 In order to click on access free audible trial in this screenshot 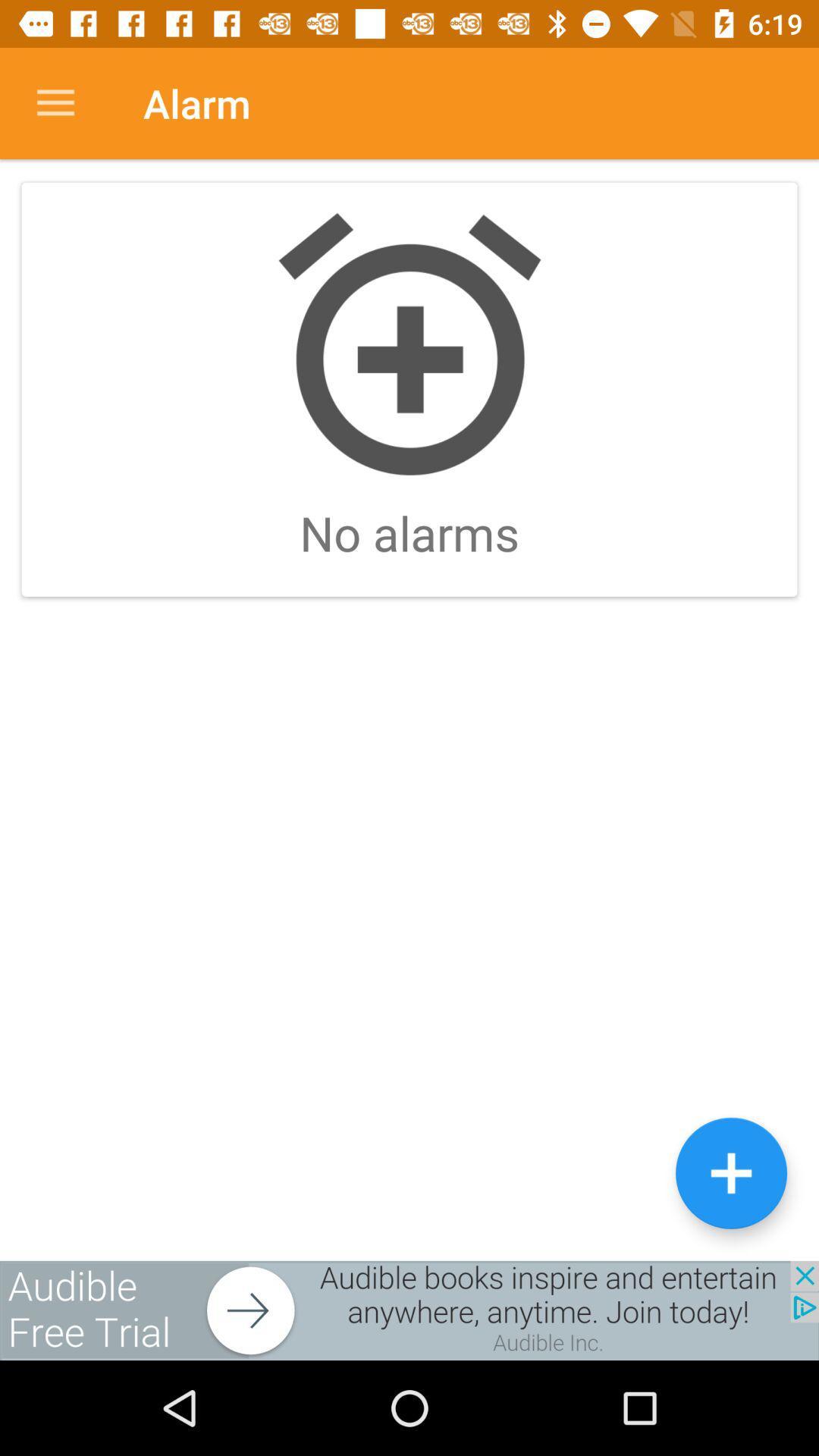, I will do `click(409, 1310)`.